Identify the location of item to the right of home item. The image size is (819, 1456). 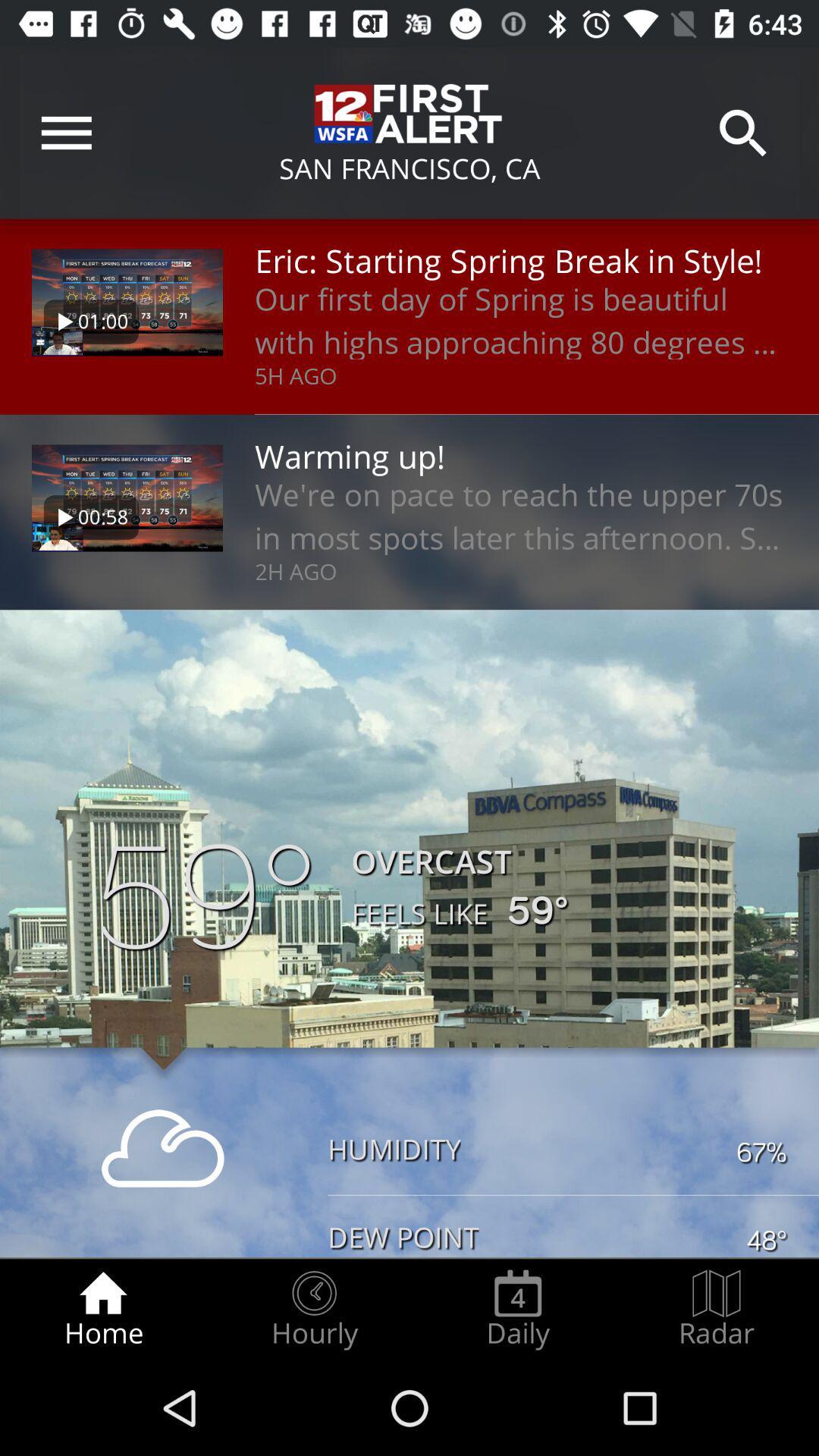
(313, 1309).